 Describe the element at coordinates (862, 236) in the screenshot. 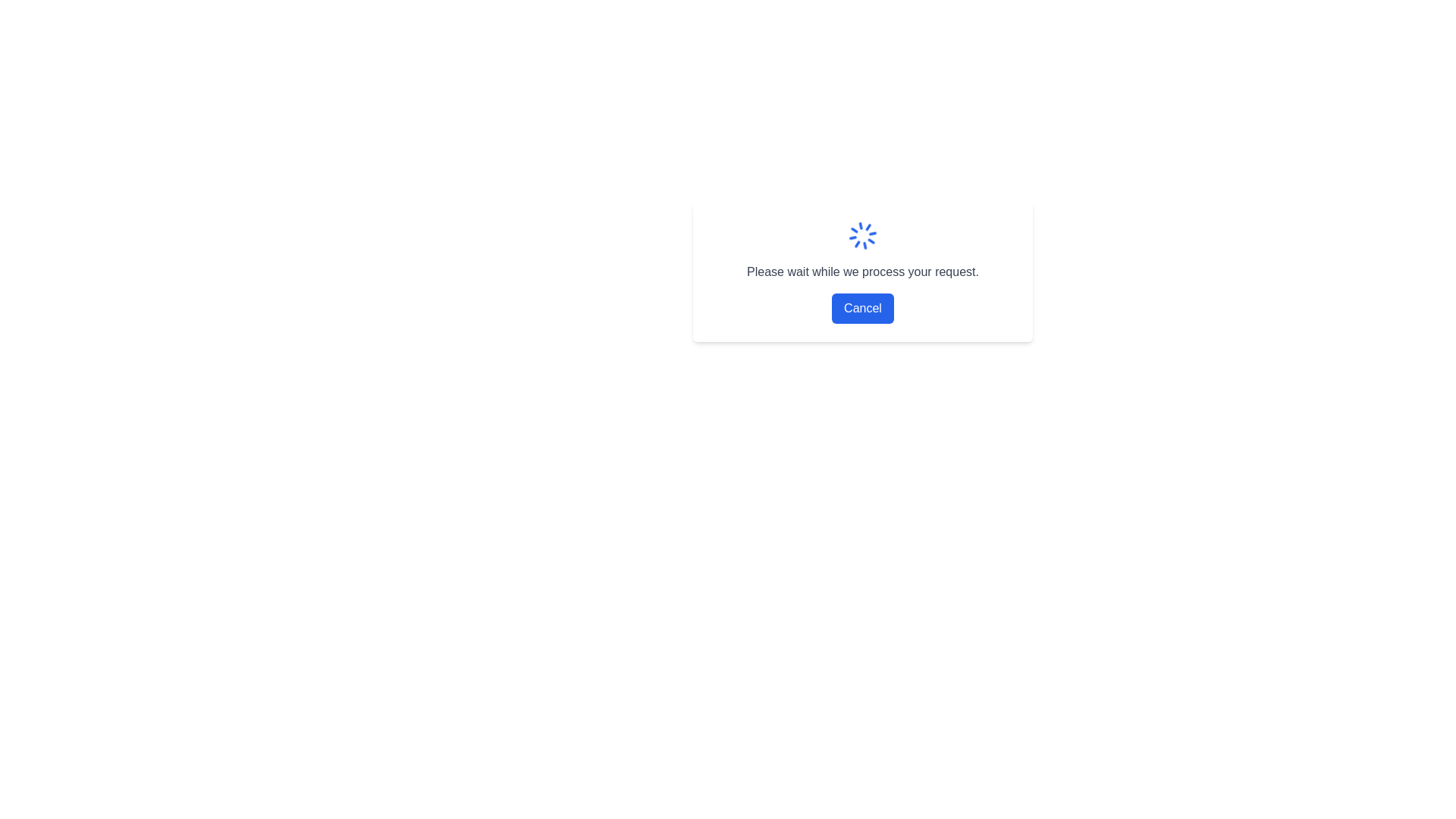

I see `the loading spinner icon, which is a circular blue animation indicating loading, located at the center-top of the modal dialog` at that location.